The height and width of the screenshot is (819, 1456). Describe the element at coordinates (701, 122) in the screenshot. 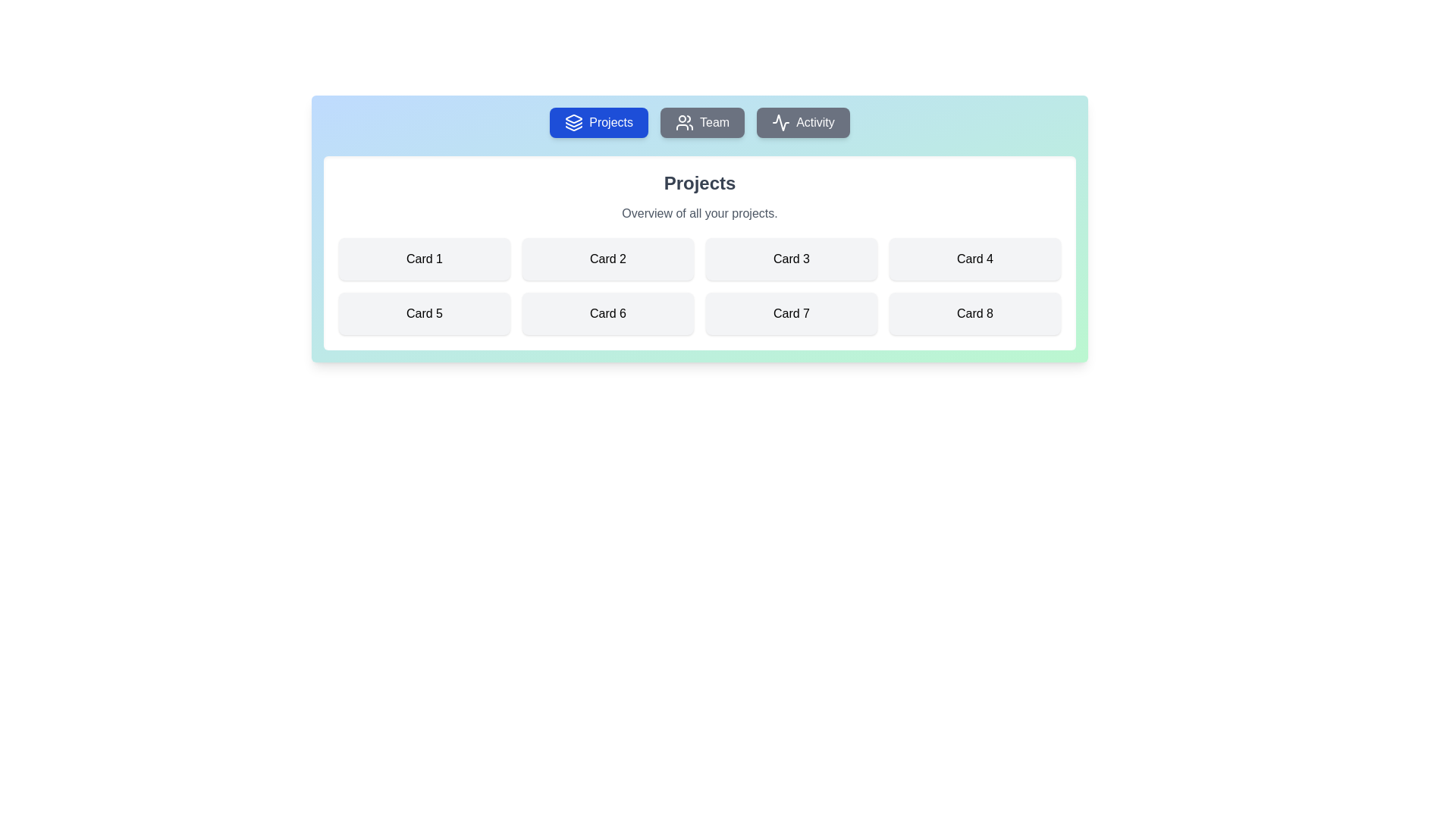

I see `the Team tab by clicking on its corresponding button` at that location.